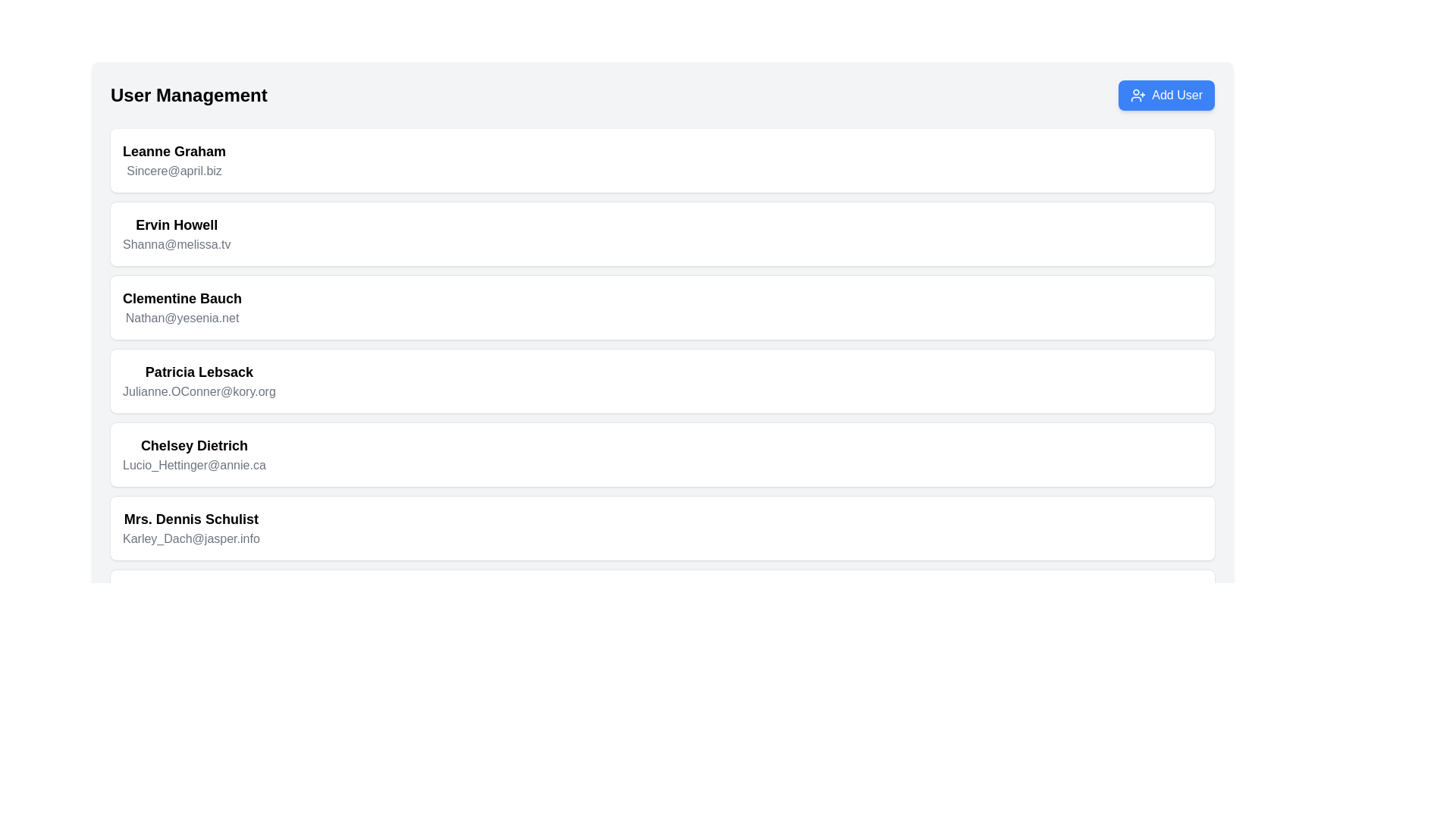 This screenshot has width=1456, height=819. I want to click on bold, large-sized text label displaying the name 'Leanne Graham' which is centered horizontally in the first list item of the user list under the 'User Management' header, so click(174, 152).